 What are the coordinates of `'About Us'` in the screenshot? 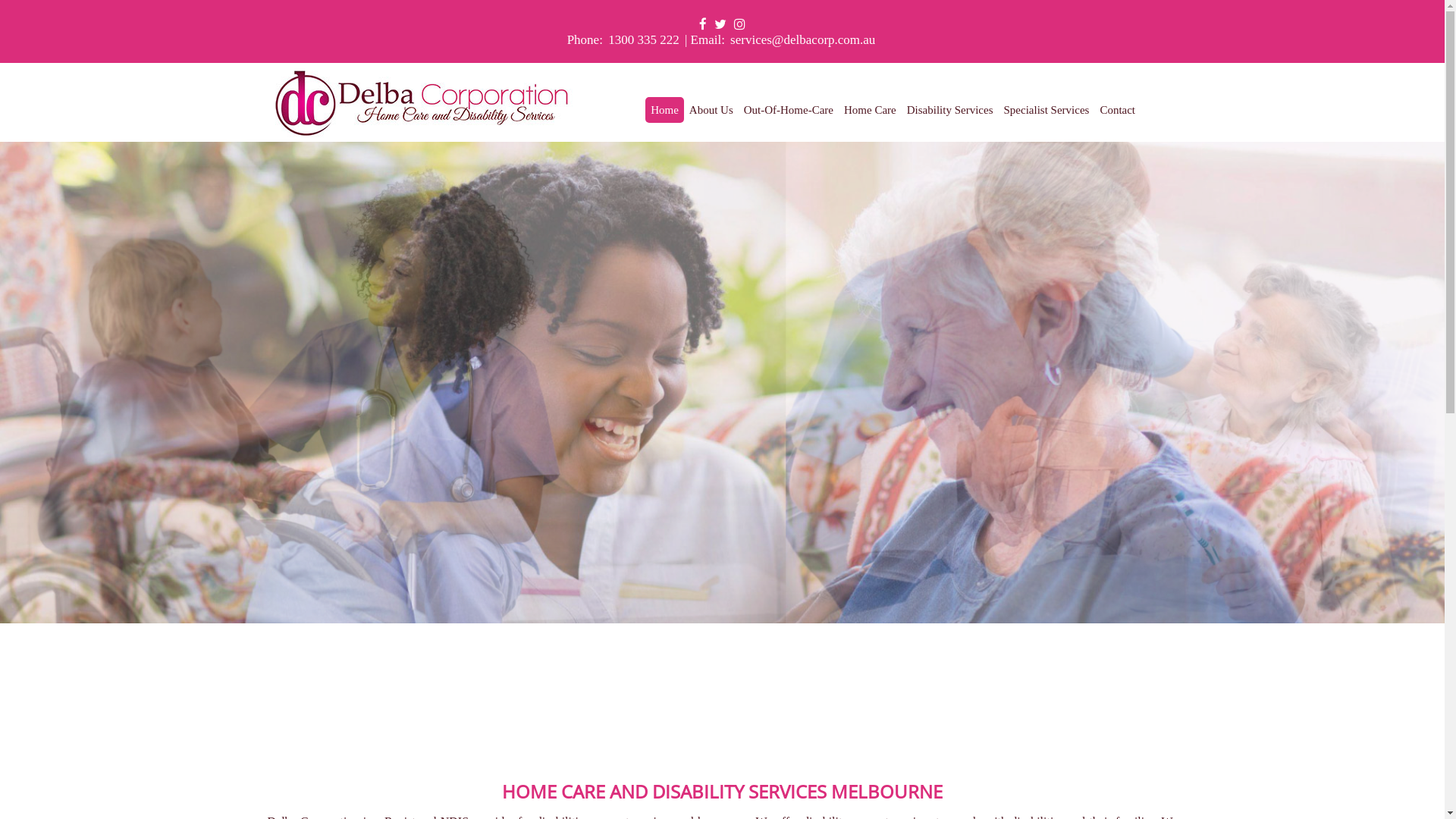 It's located at (688, 109).